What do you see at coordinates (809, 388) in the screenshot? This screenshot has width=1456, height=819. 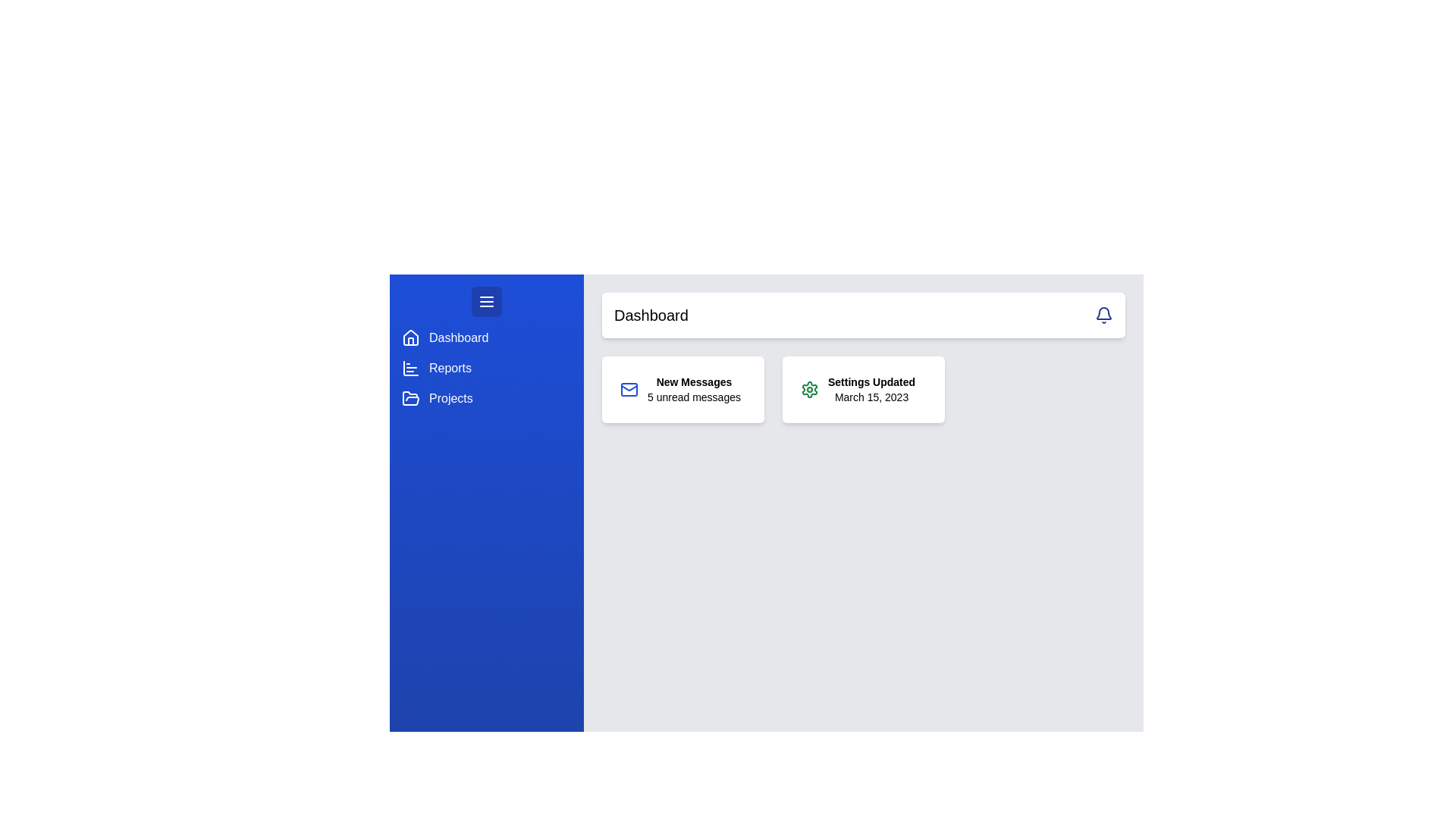 I see `the complex gear-like icon located in the upper right corner of the interface, next to the search bar and notification bell icon` at bounding box center [809, 388].